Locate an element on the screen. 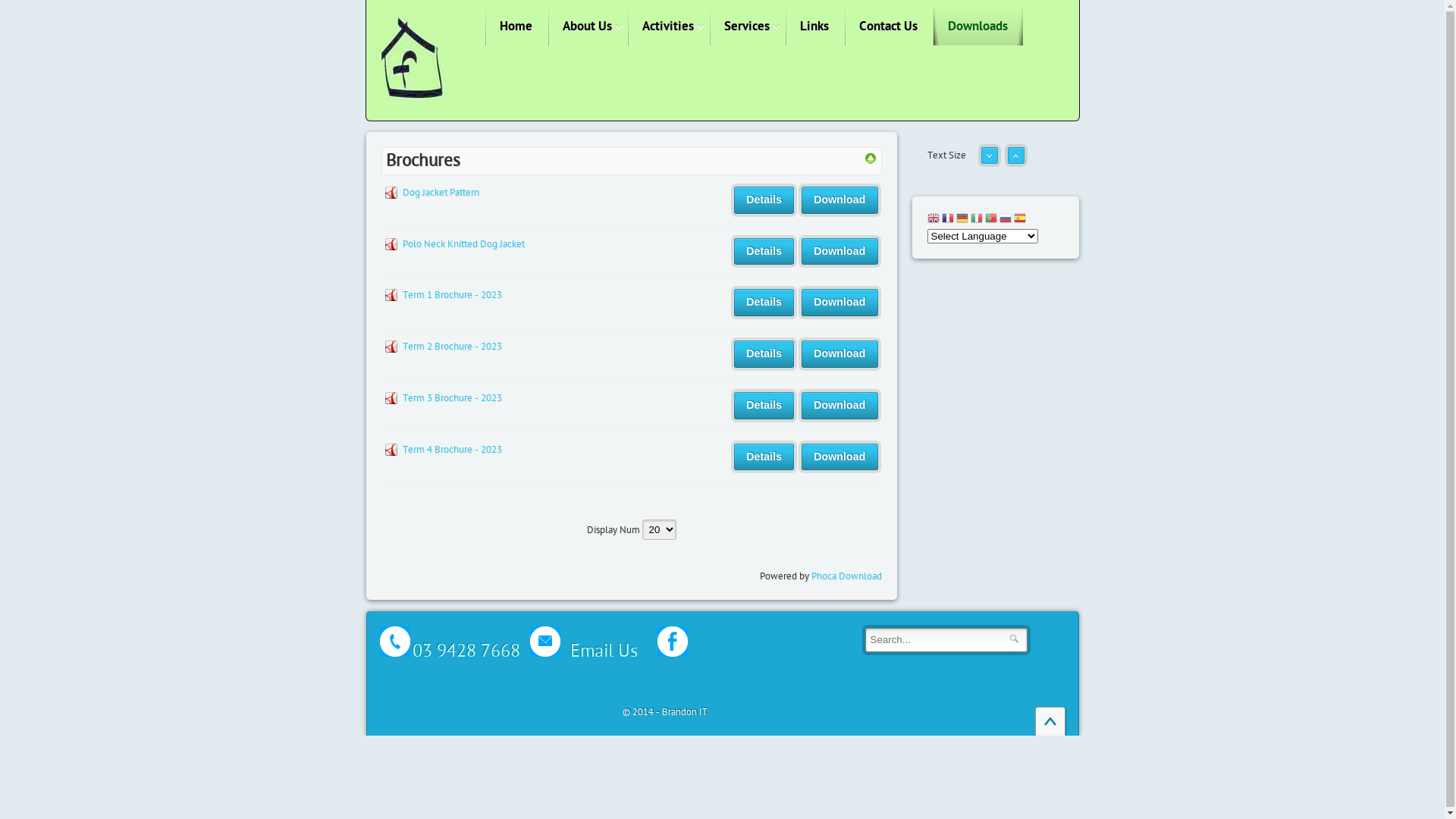  'English' is located at coordinates (926, 219).